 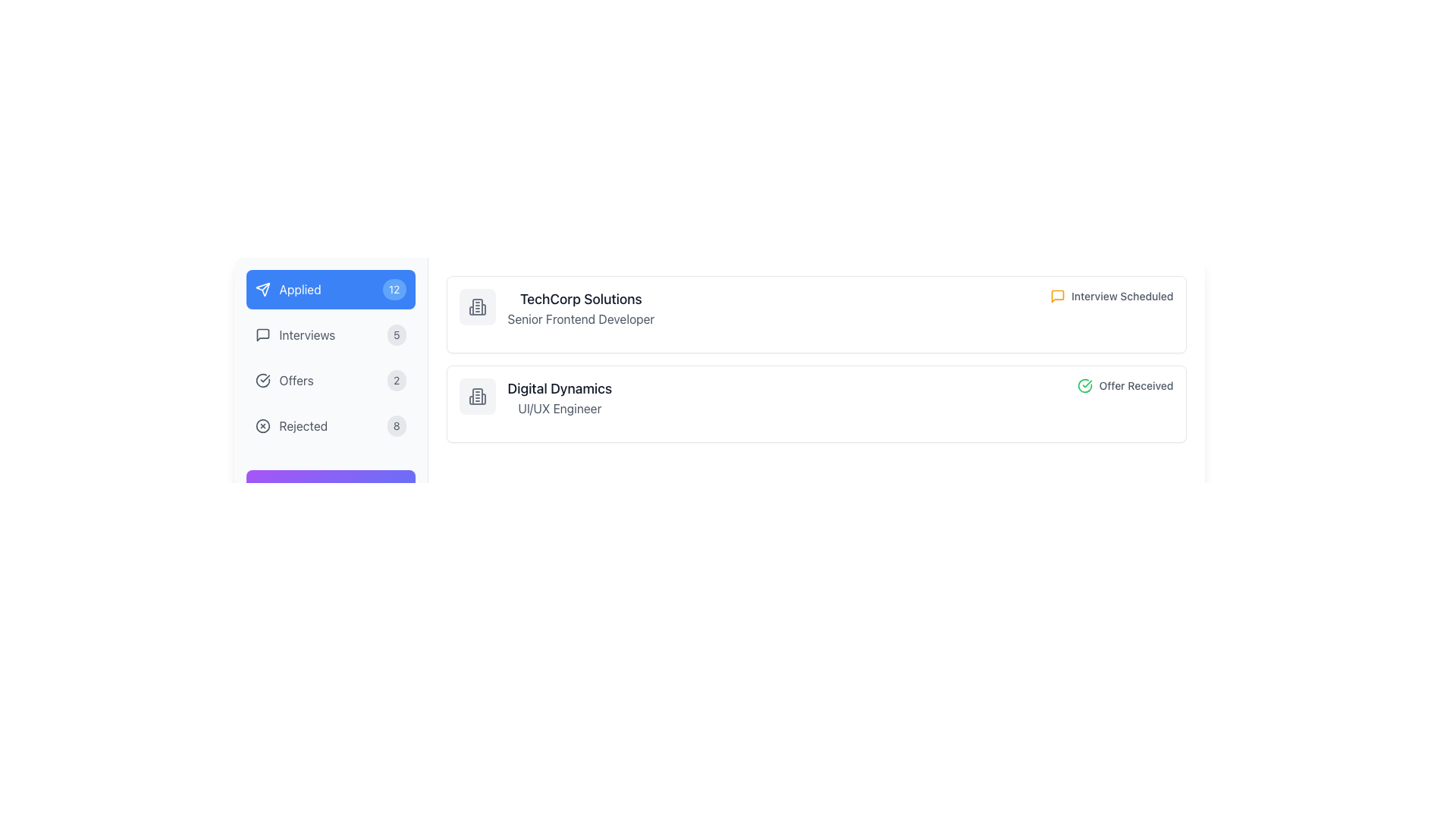 What do you see at coordinates (1136, 385) in the screenshot?
I see `the status indicator label that conveys the receipt of an offer, positioned to the right of a green circular icon with a checkmark` at bounding box center [1136, 385].